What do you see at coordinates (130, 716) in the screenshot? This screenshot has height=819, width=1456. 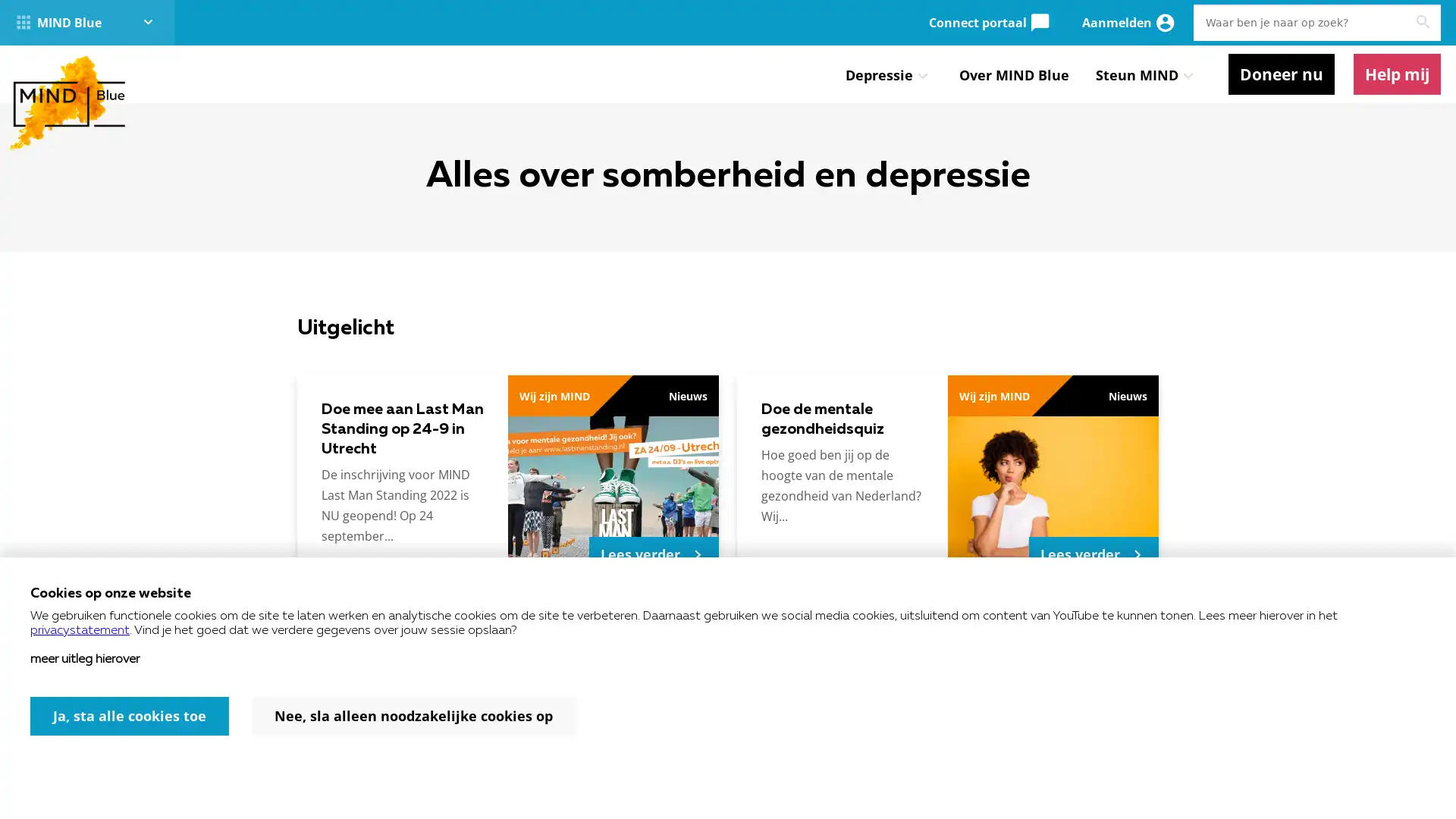 I see `Ja, sta alle cookies toe` at bounding box center [130, 716].